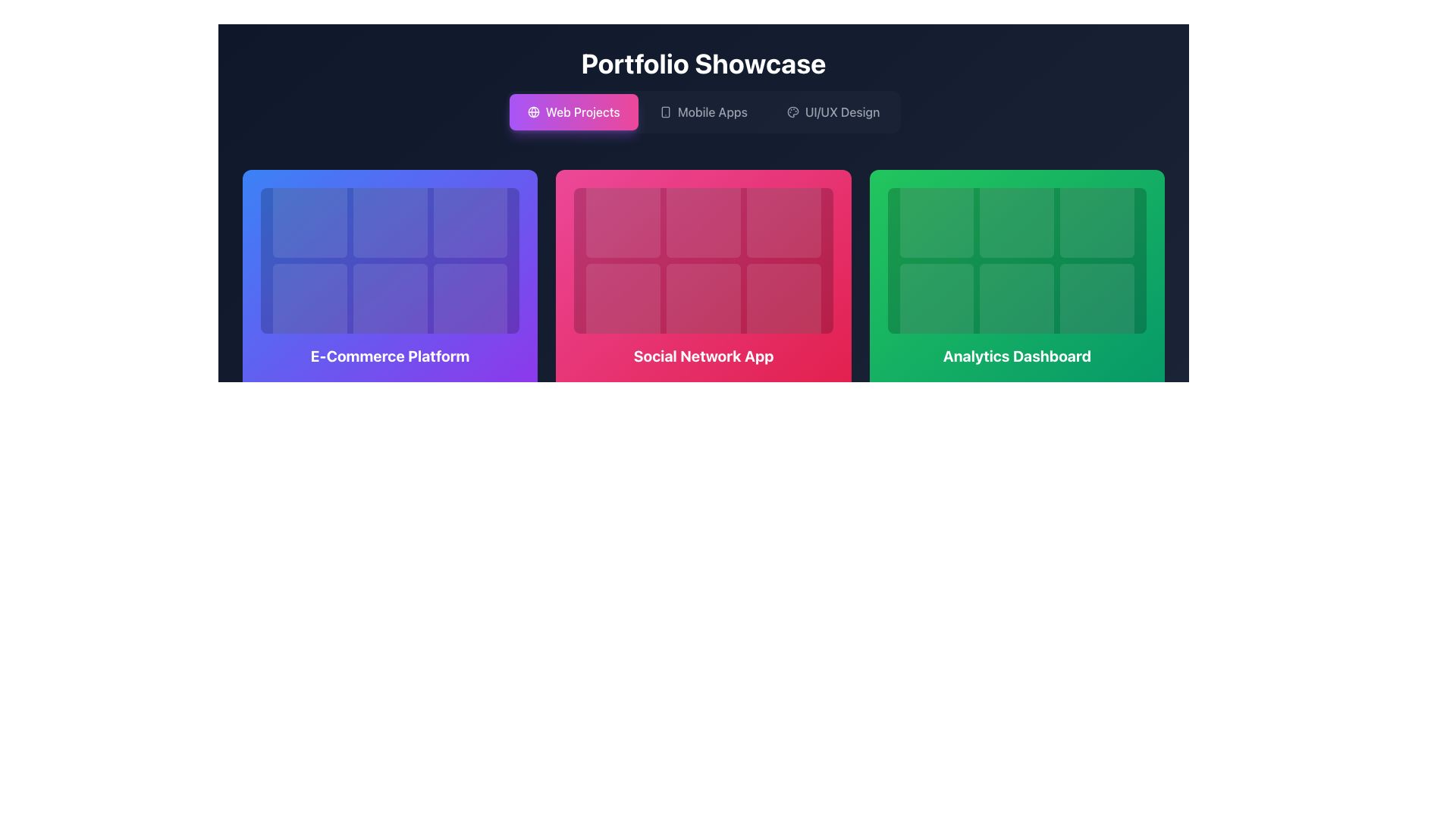 The image size is (1456, 819). What do you see at coordinates (805, 388) in the screenshot?
I see `minimalistic placeholder or indicator located below the 'Social Network App' card in the bottom-right corner of the layout` at bounding box center [805, 388].